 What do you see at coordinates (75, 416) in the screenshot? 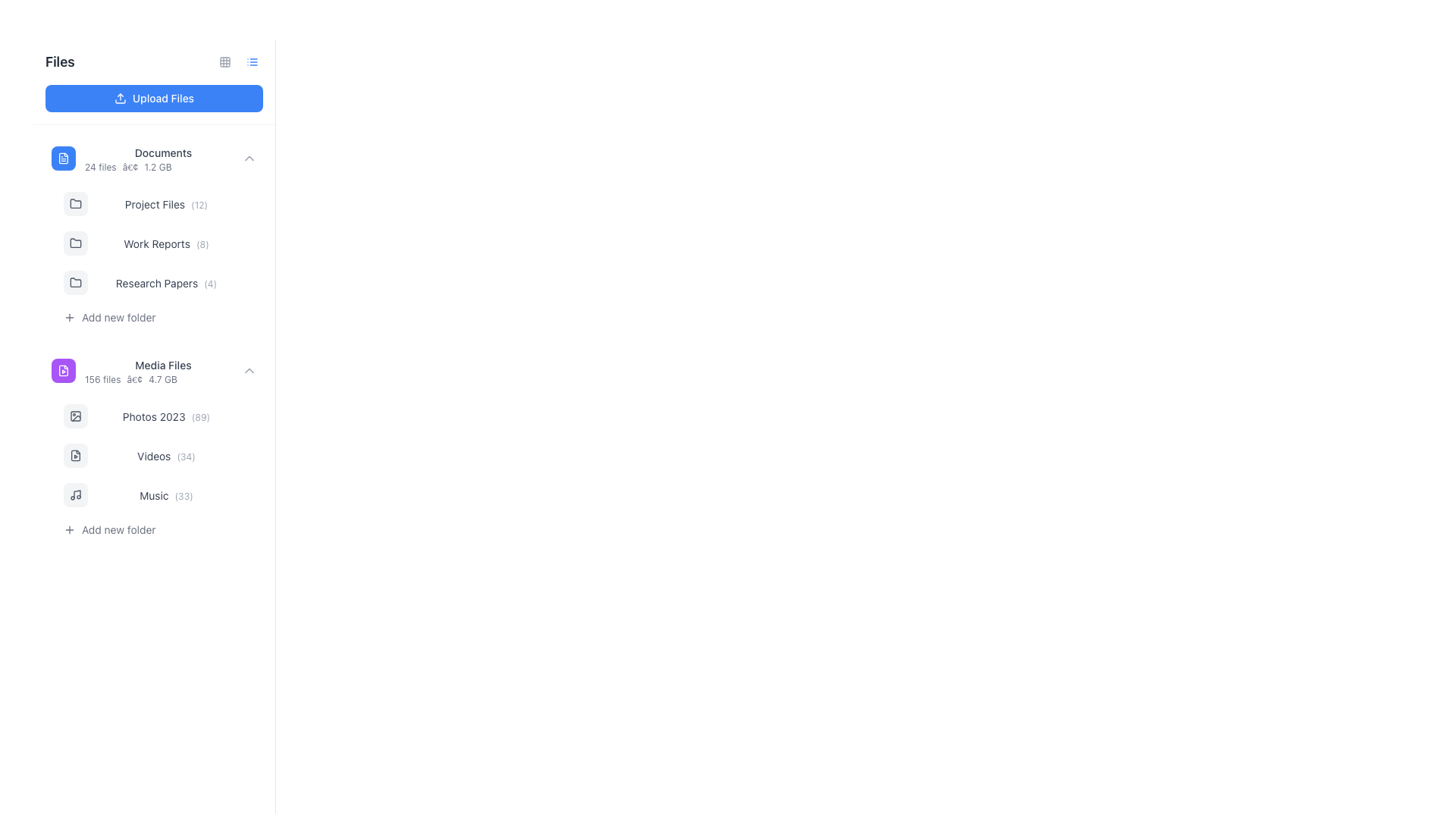
I see `the icon representing the 'Photos 2023' folder` at bounding box center [75, 416].